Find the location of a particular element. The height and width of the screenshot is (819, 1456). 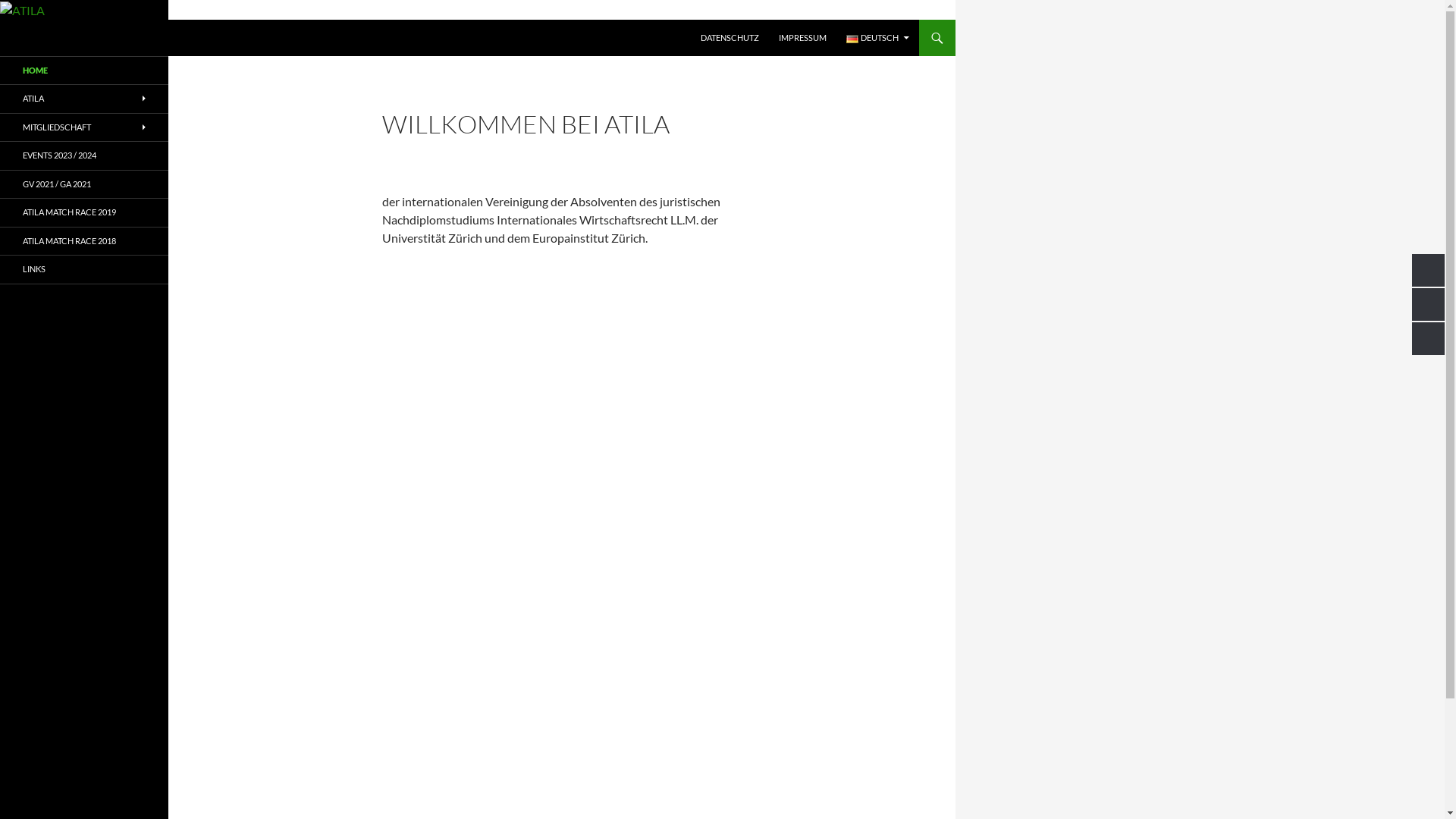

'DATENSCHUTZ' is located at coordinates (730, 37).